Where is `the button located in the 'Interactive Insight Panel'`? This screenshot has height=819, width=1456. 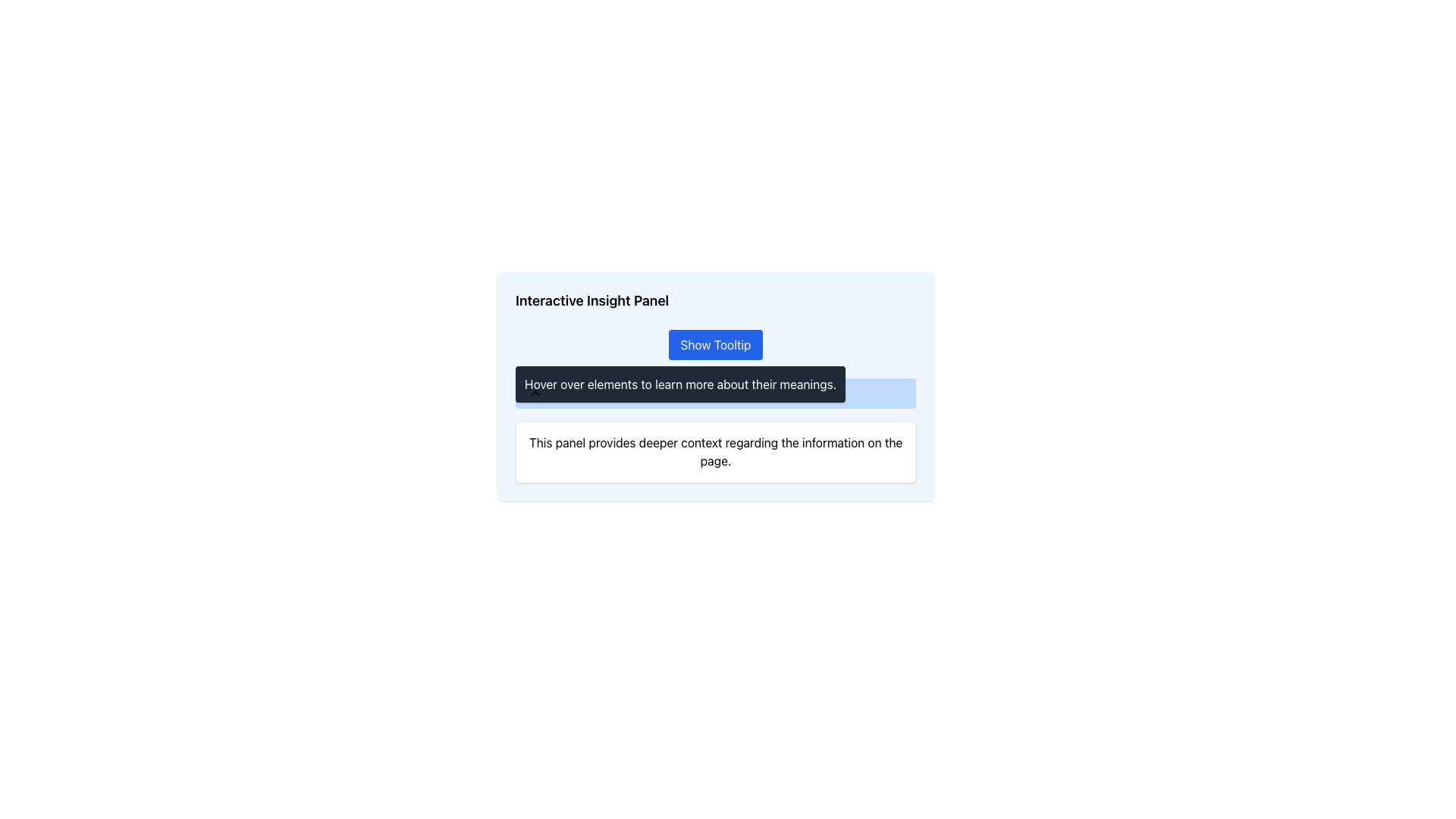 the button located in the 'Interactive Insight Panel' is located at coordinates (715, 345).